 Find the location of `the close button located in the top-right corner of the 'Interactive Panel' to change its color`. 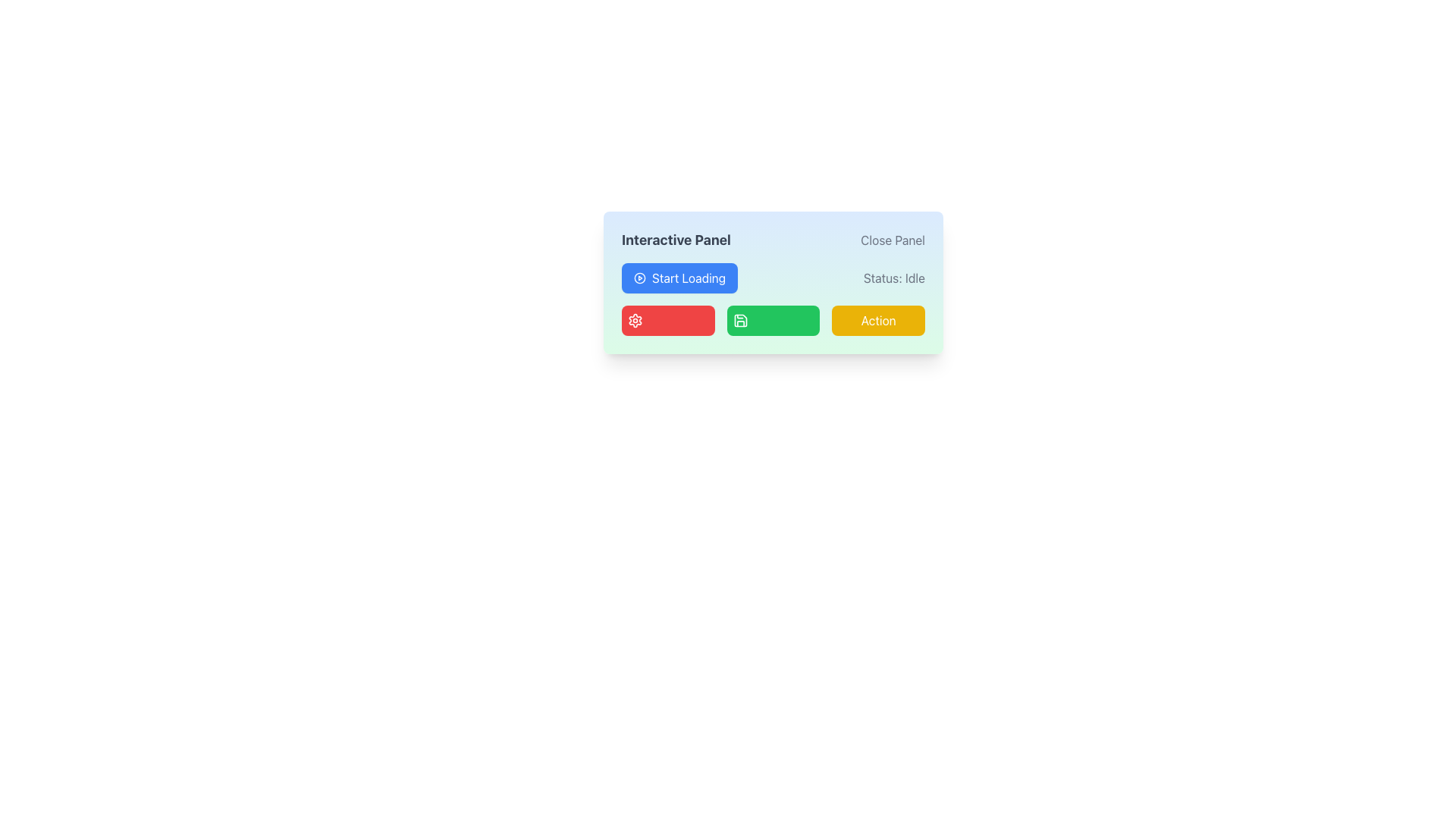

the close button located in the top-right corner of the 'Interactive Panel' to change its color is located at coordinates (893, 239).